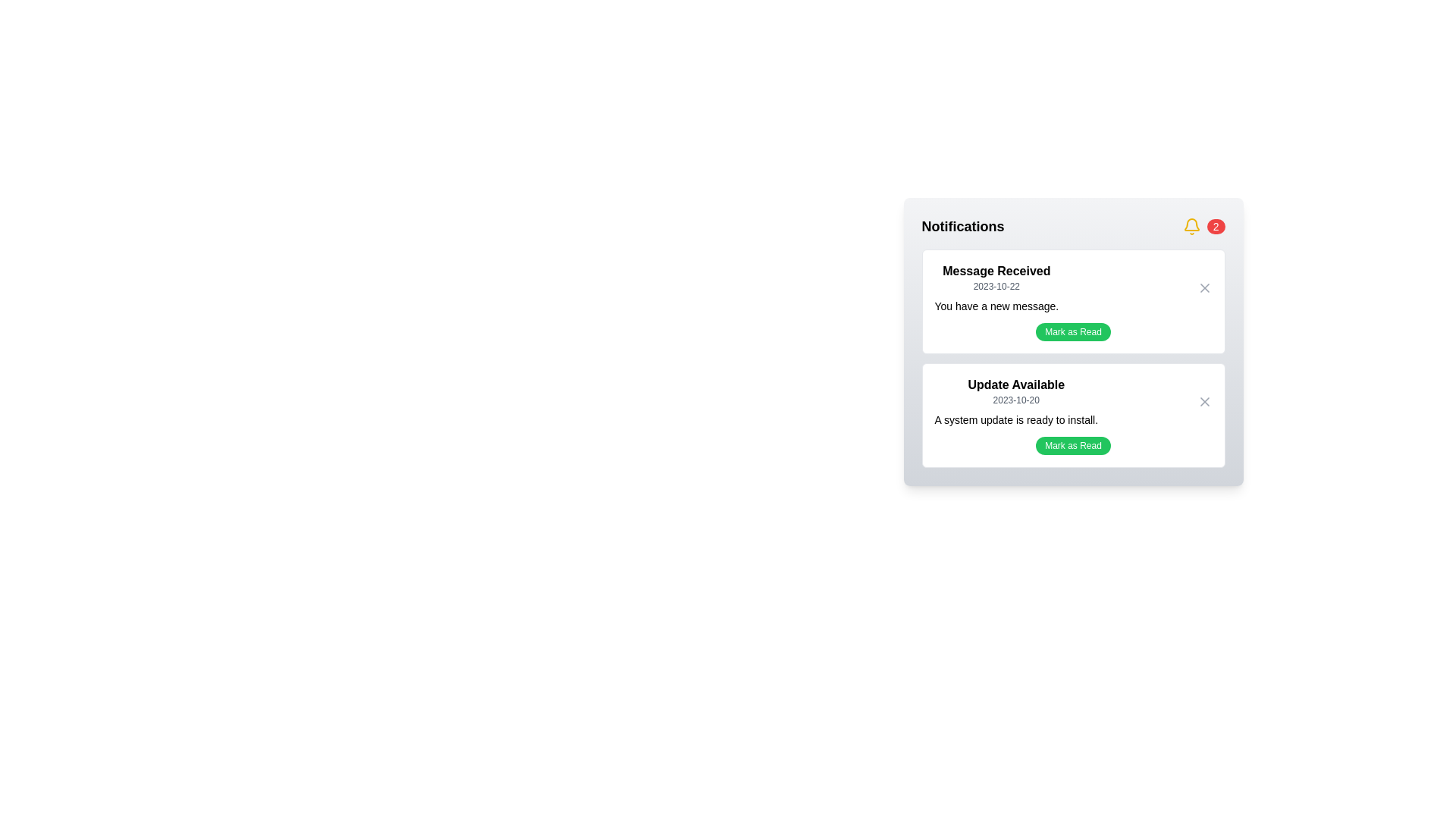 The width and height of the screenshot is (1456, 819). Describe the element at coordinates (1072, 444) in the screenshot. I see `the button in the lower-right corner of the 'Update Available' notification card to mark the notification as read` at that location.